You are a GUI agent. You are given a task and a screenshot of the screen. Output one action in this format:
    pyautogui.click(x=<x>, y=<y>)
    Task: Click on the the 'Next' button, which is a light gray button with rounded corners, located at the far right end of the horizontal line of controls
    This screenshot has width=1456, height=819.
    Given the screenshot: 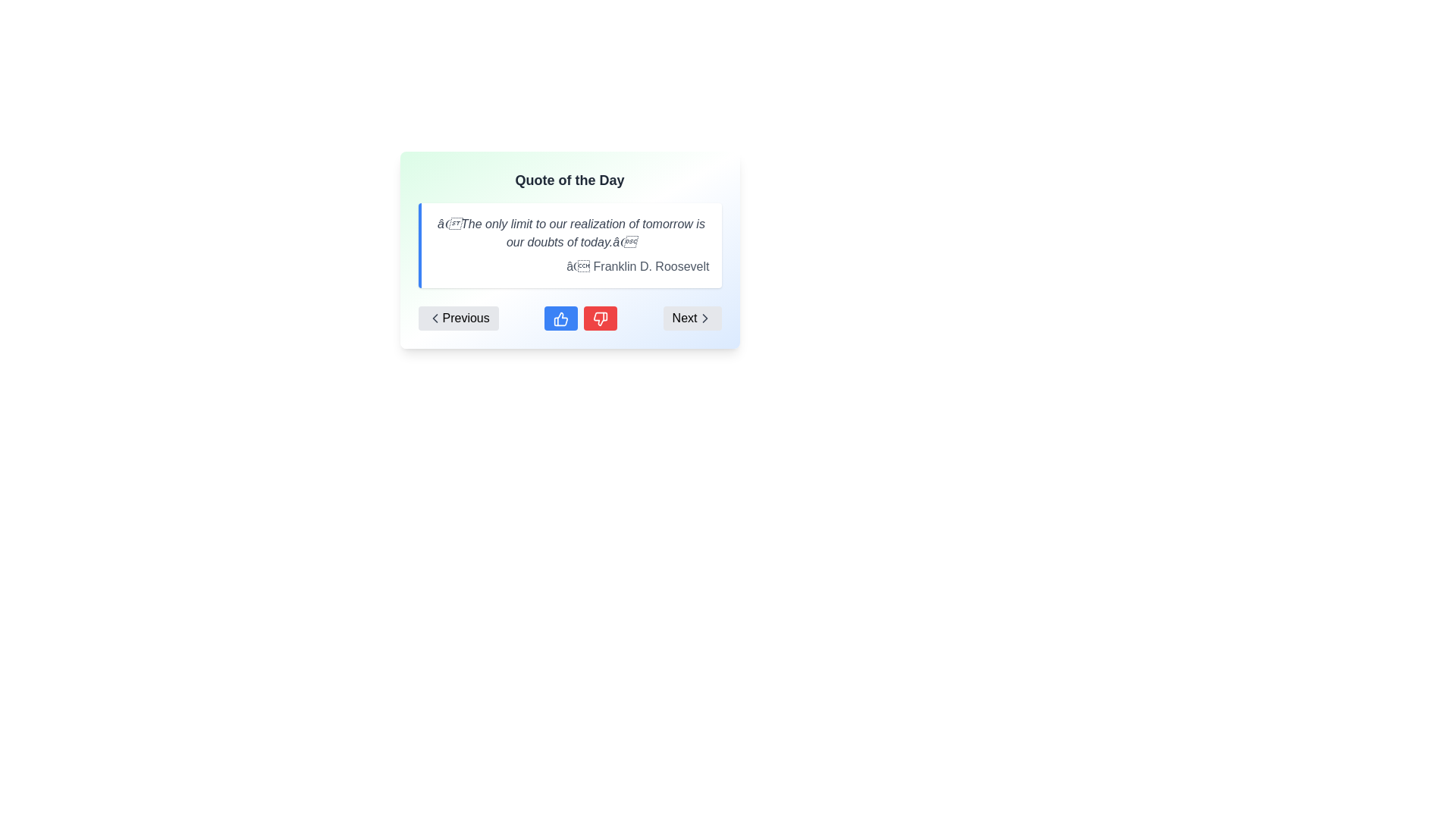 What is the action you would take?
    pyautogui.click(x=691, y=318)
    